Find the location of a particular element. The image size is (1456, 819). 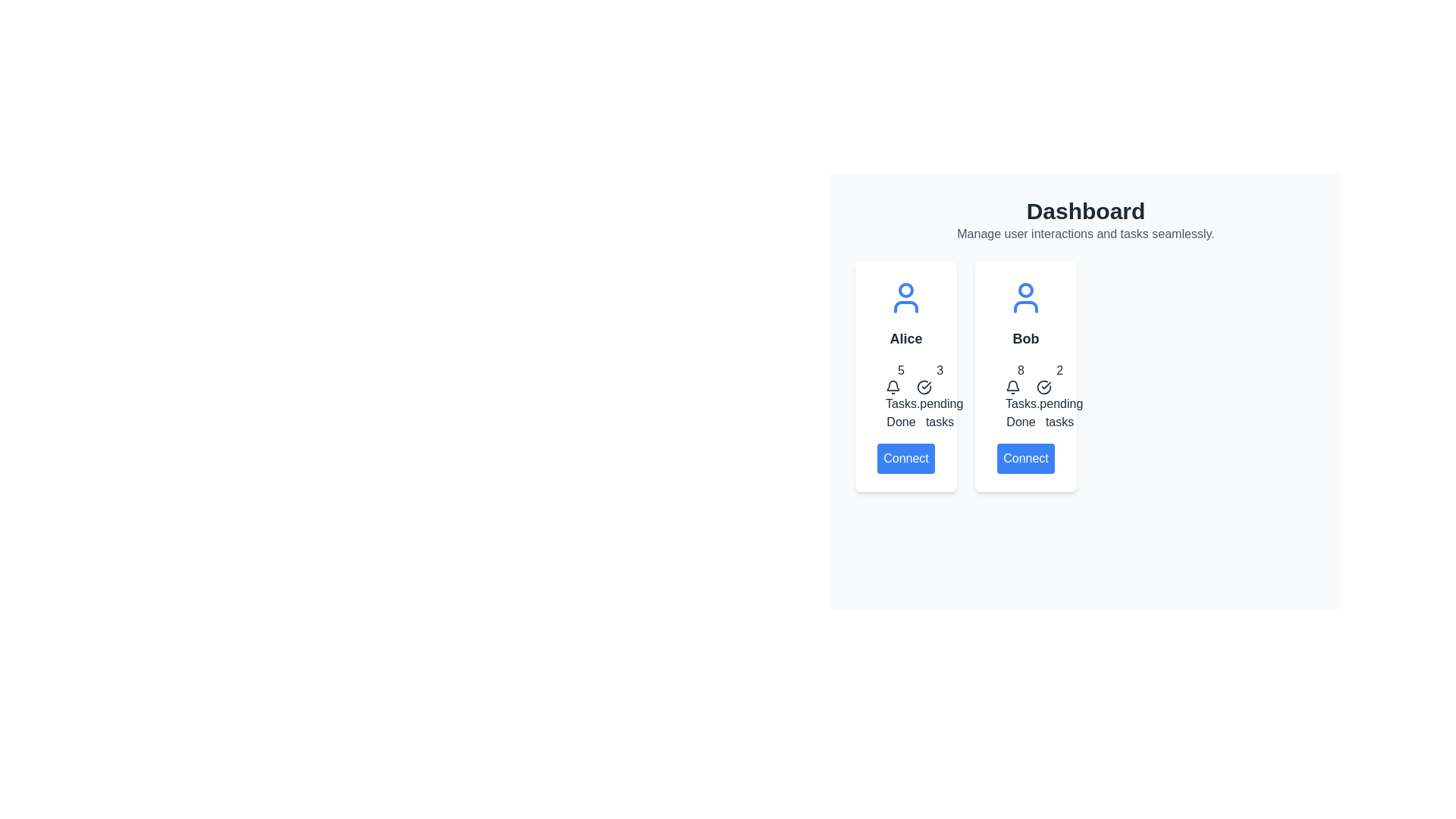

the circular icon with a check mark inside, indicating a completed task status, located in the left card of a two-card group is located at coordinates (923, 386).